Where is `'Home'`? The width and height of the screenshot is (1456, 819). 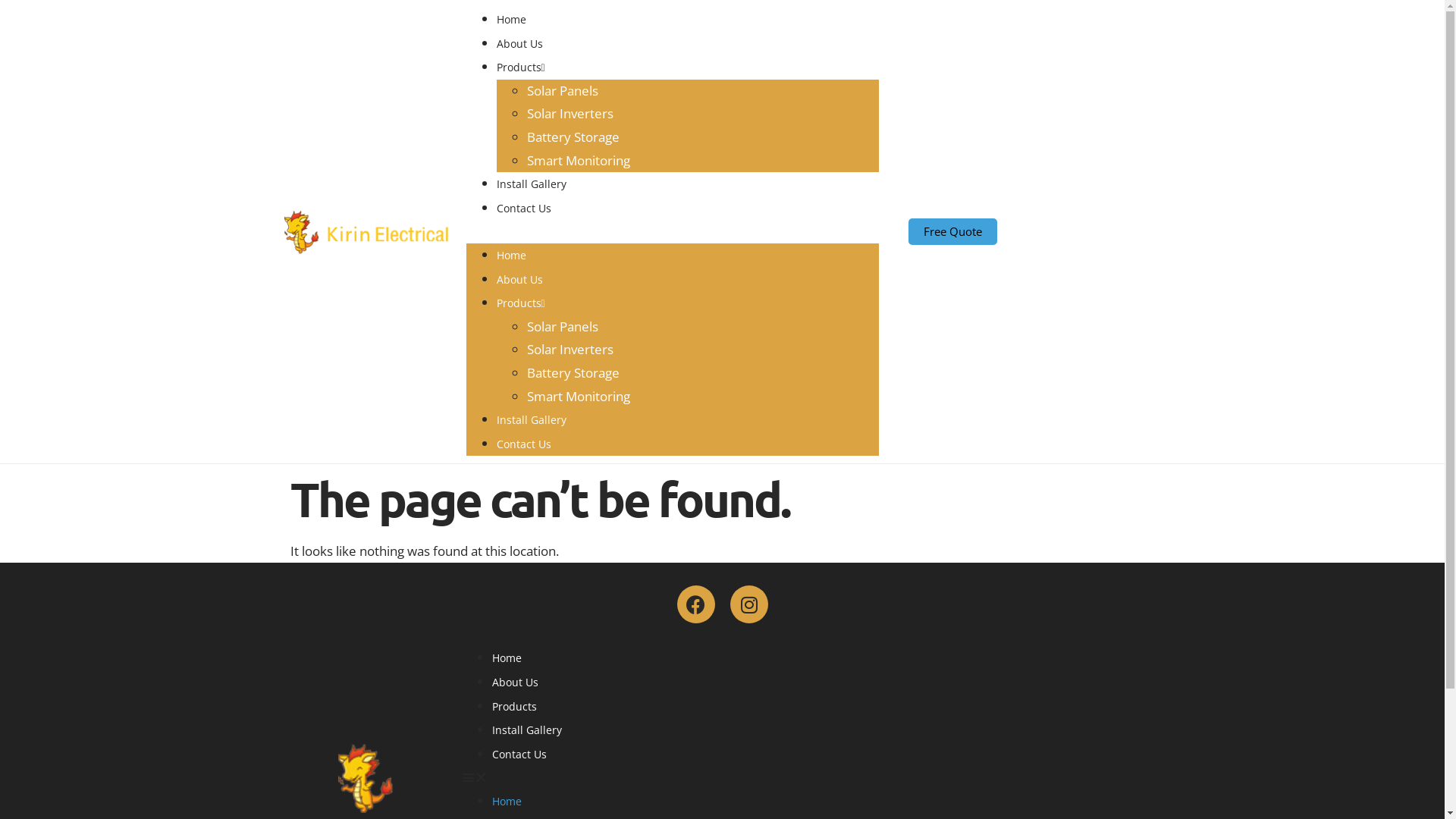
'Home' is located at coordinates (491, 800).